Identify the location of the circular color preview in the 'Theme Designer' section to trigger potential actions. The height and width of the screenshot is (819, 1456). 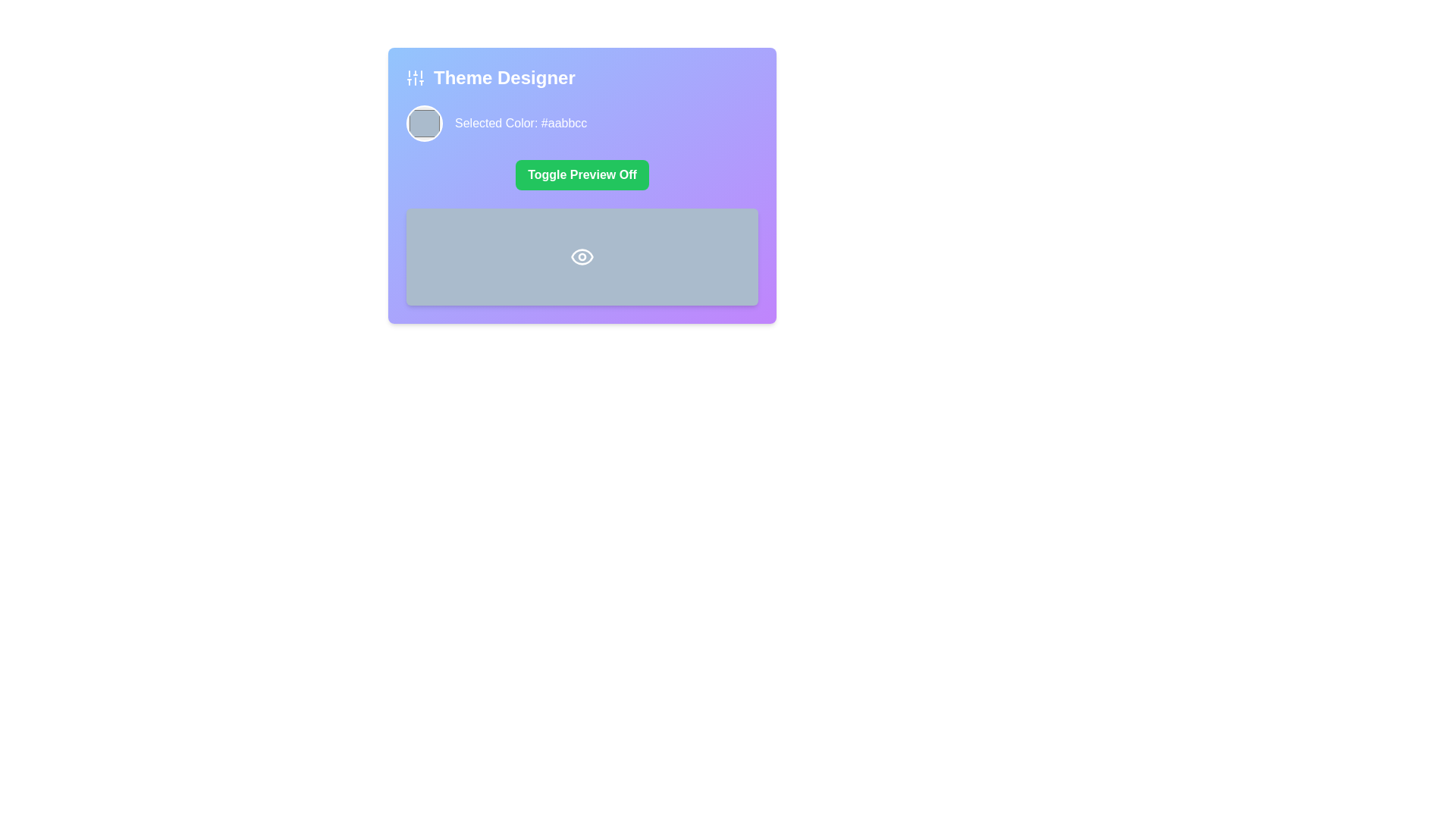
(582, 122).